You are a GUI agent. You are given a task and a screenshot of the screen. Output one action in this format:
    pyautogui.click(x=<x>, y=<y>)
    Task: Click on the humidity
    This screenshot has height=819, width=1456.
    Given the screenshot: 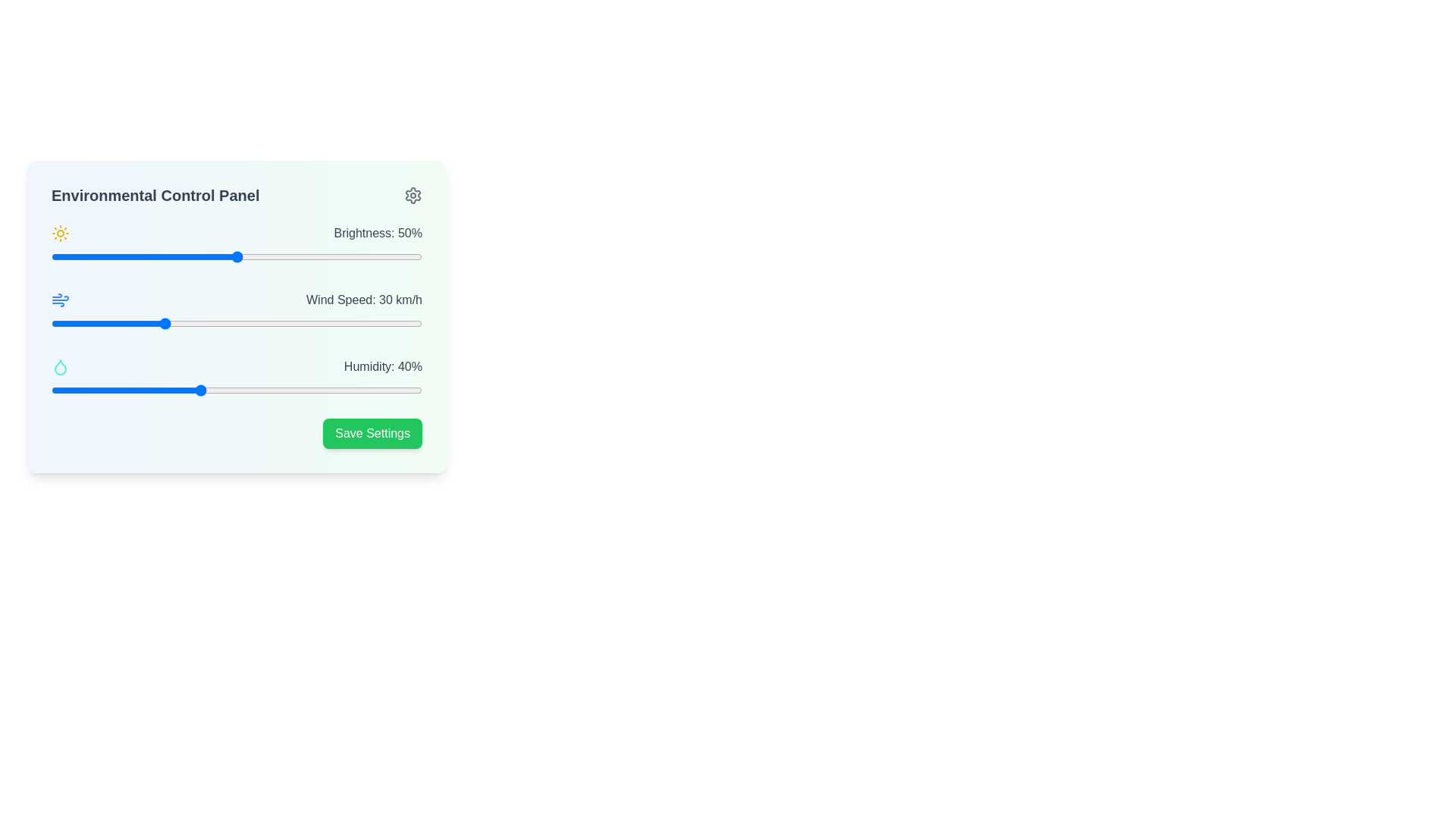 What is the action you would take?
    pyautogui.click(x=214, y=390)
    